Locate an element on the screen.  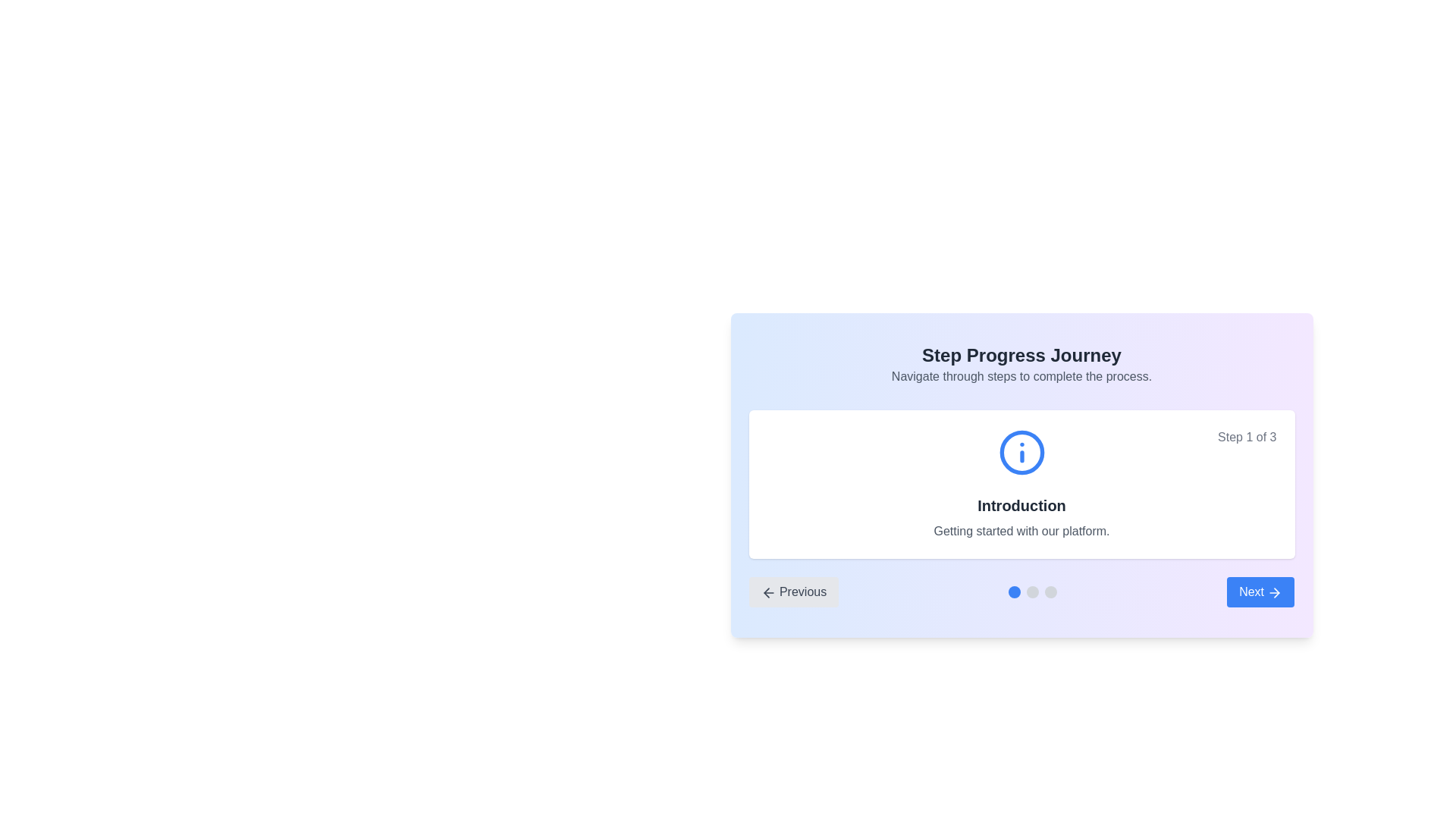
the 'Previous' button represented by the SVG arrow icon is located at coordinates (768, 591).